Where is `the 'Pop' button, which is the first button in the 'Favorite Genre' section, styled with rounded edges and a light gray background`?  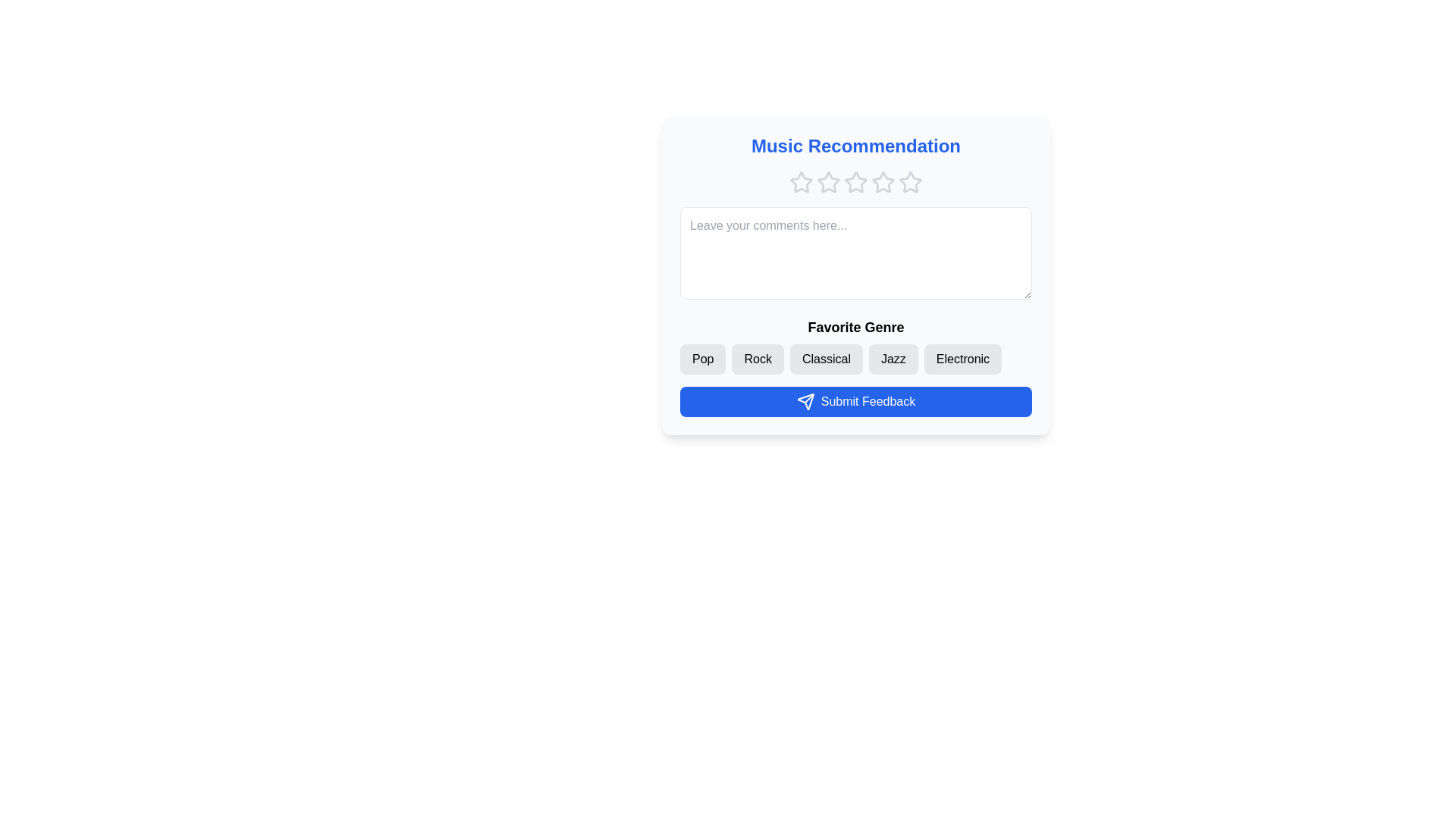 the 'Pop' button, which is the first button in the 'Favorite Genre' section, styled with rounded edges and a light gray background is located at coordinates (701, 359).